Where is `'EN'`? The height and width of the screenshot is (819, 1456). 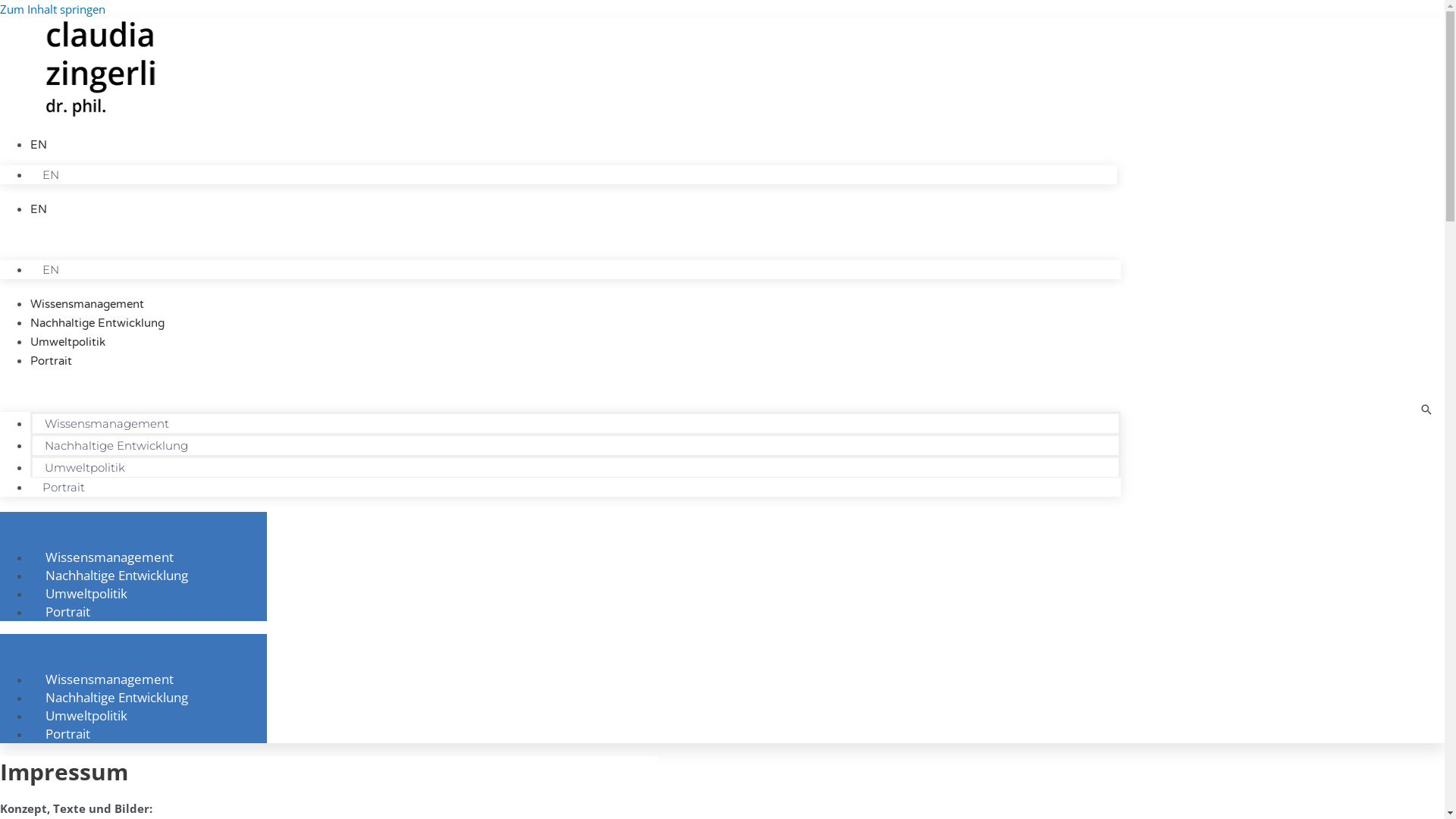 'EN' is located at coordinates (51, 268).